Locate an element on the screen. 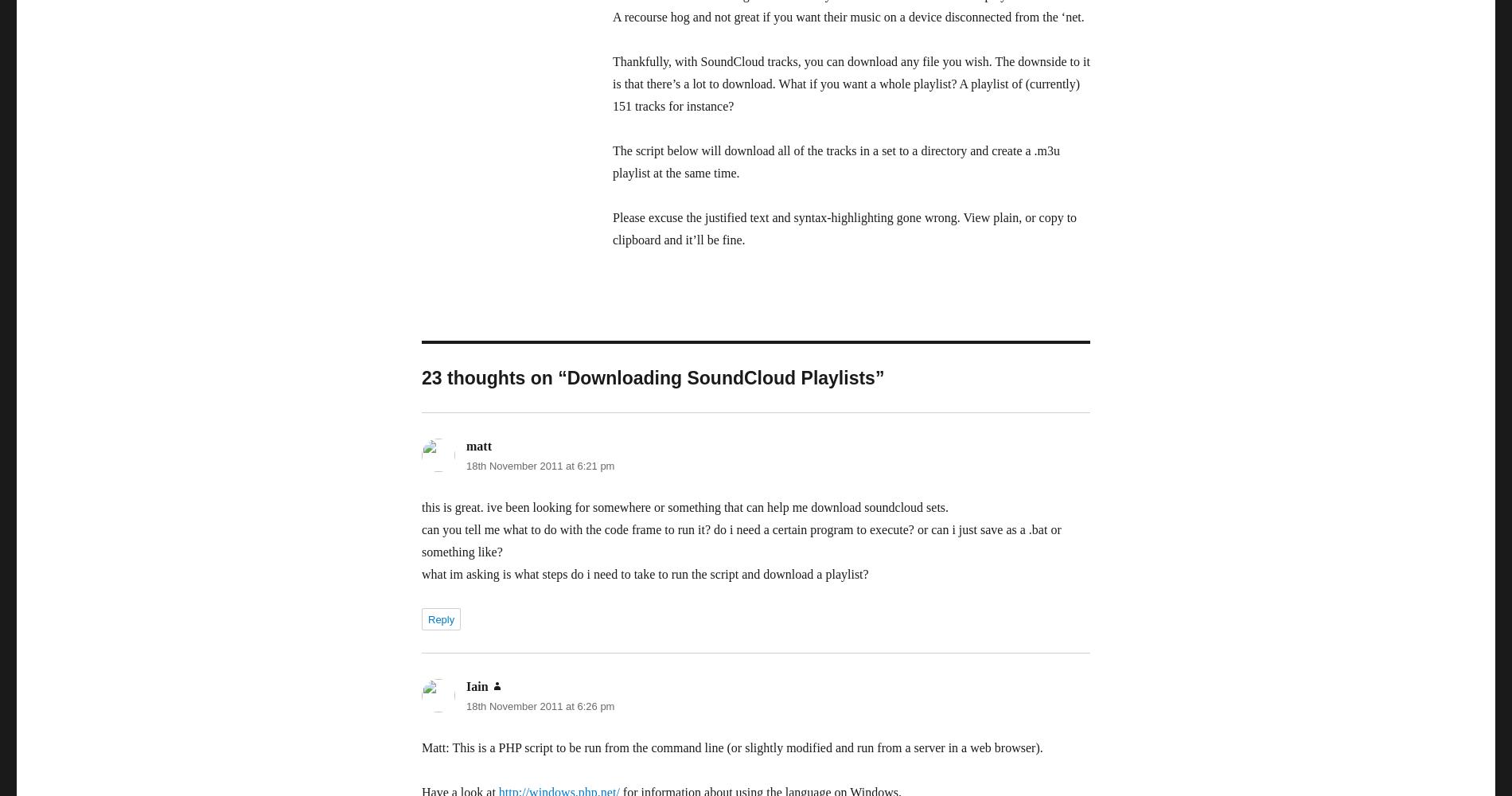 The height and width of the screenshot is (796, 1512). 'Thankfully, with SoundCloud tracks, you can download any file you wish. The downside to it is that there’s a lot to download. What if you want a whole playlist? A playlist of (currently) 151 tracks for instance?' is located at coordinates (851, 83).